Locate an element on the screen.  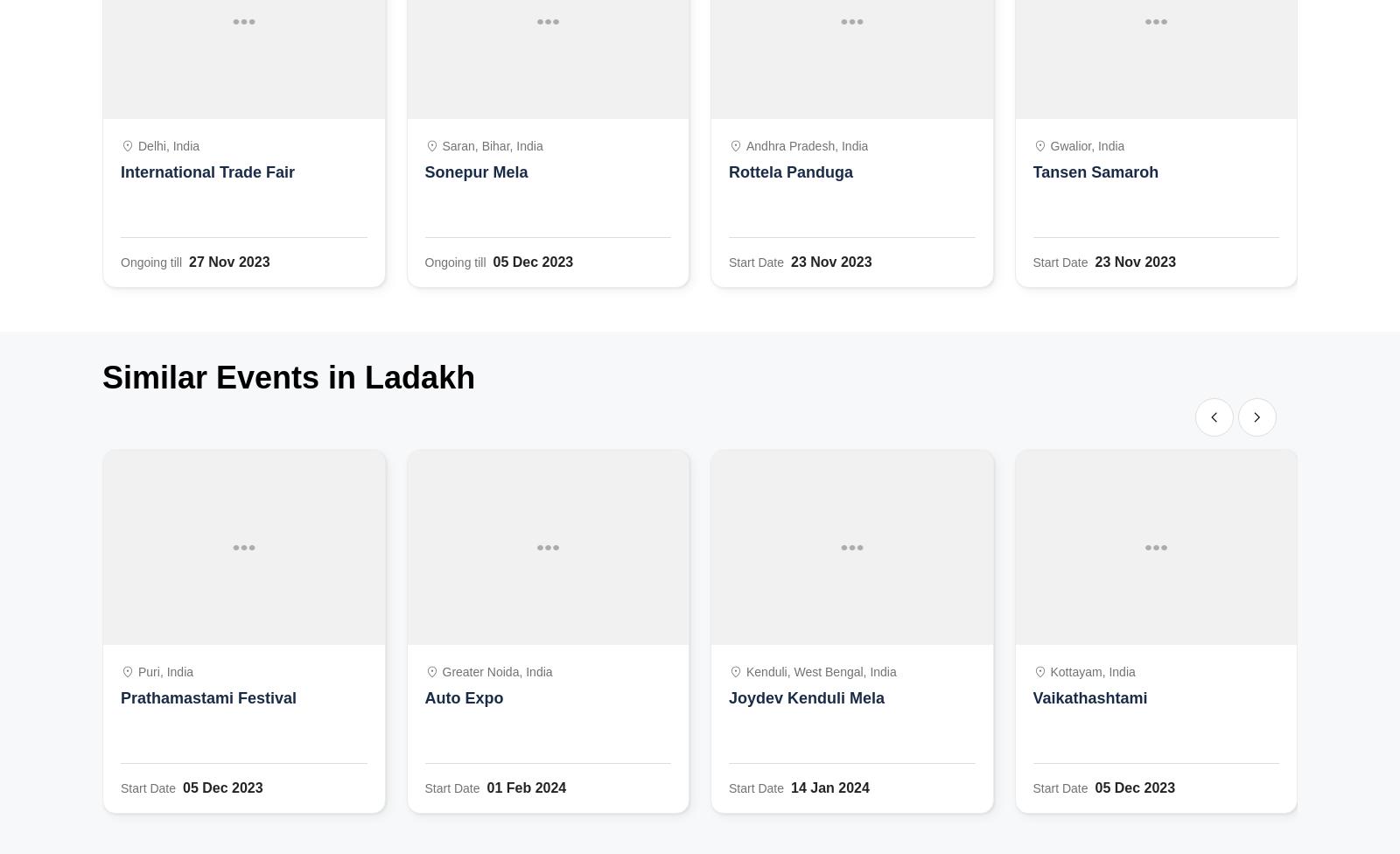
'Gwalior,  India' is located at coordinates (1086, 144).